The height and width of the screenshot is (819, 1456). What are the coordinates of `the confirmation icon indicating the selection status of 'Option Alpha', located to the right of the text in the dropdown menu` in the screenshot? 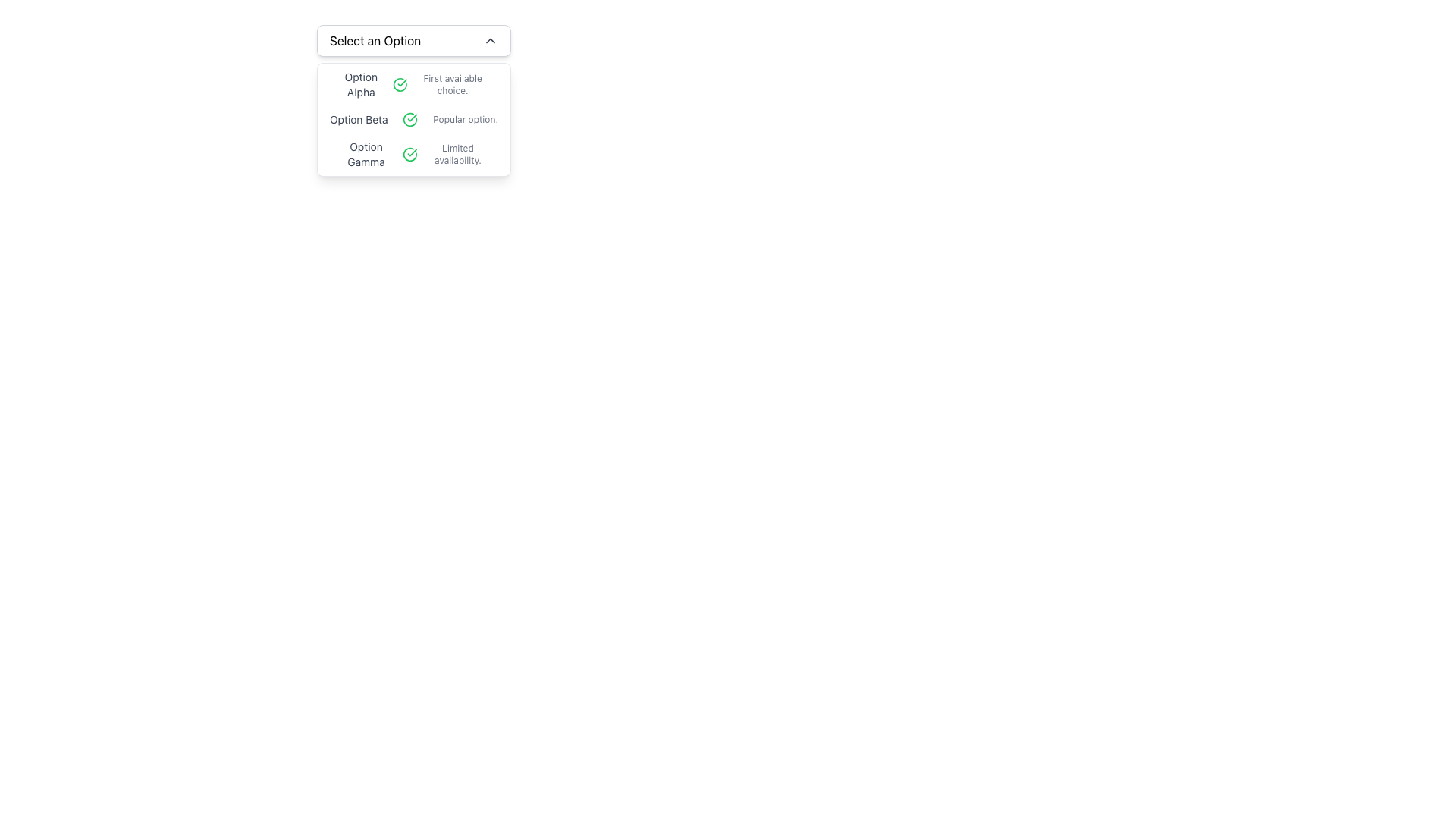 It's located at (400, 84).